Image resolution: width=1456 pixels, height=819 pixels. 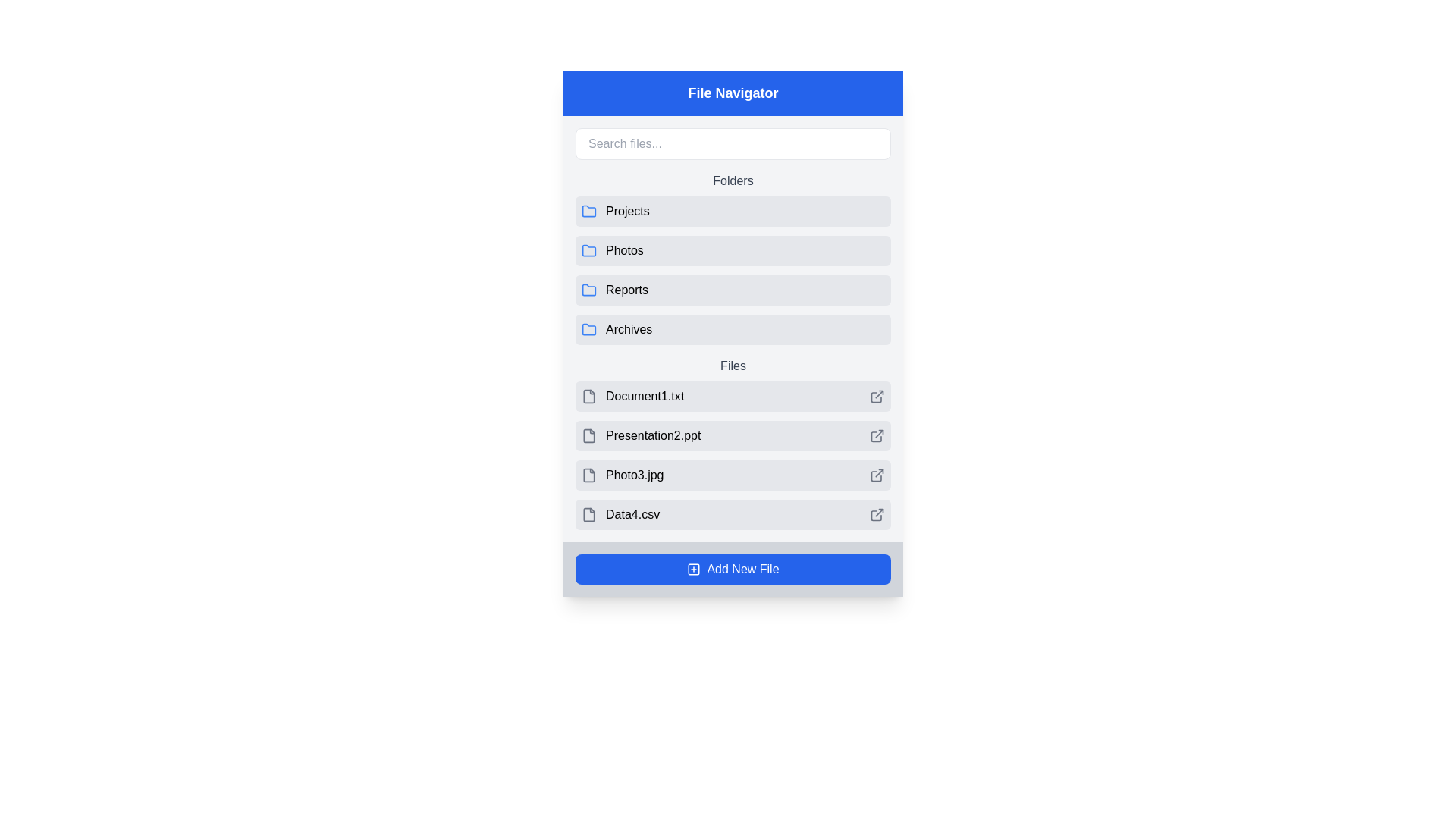 What do you see at coordinates (742, 570) in the screenshot?
I see `on the 'Add New File' label located at the bottom-center of the interface, inside a blue button` at bounding box center [742, 570].